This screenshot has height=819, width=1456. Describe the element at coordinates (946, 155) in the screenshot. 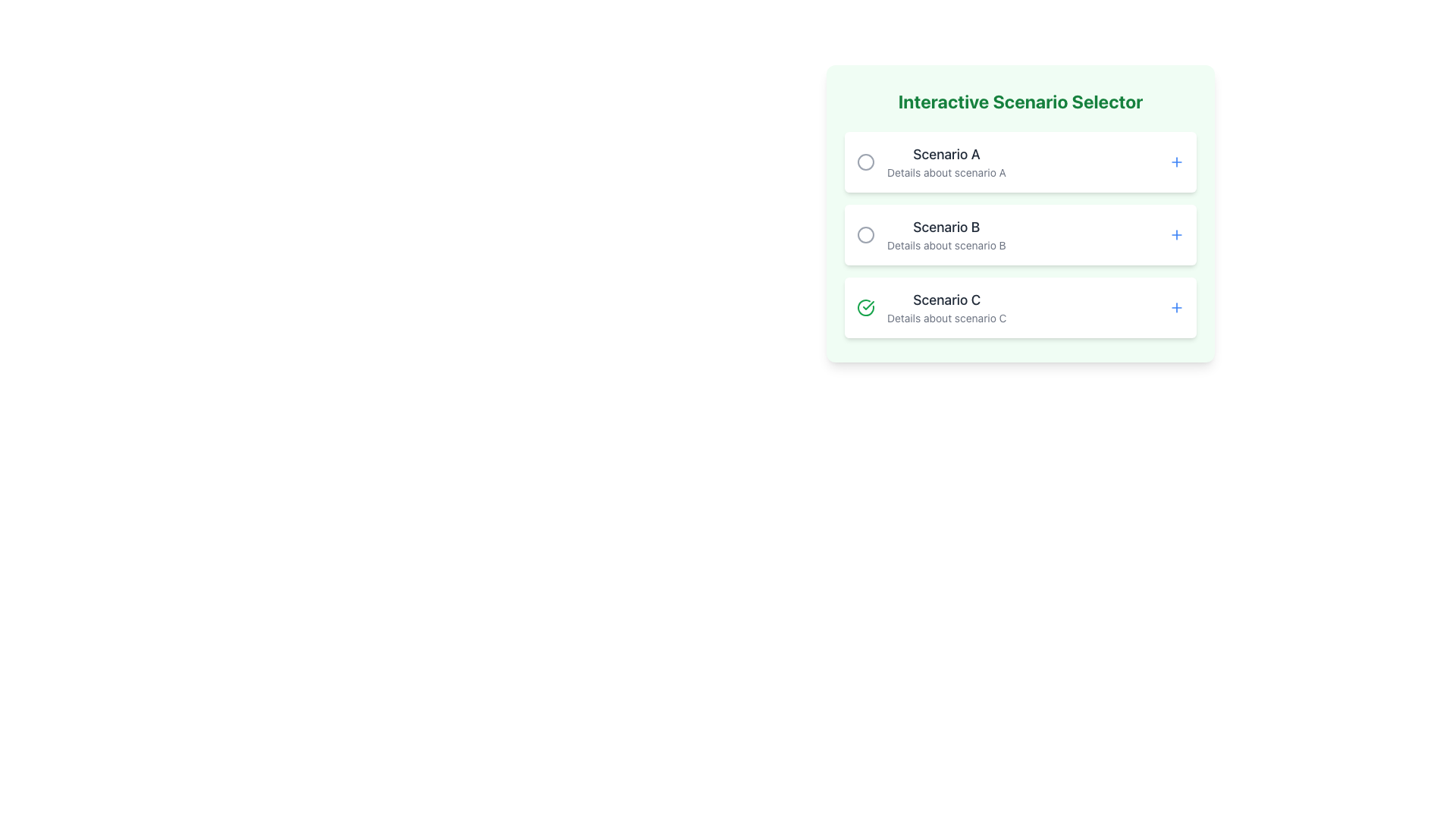

I see `the text label identifying 'Scenario A' to enhance accessibility for users` at that location.